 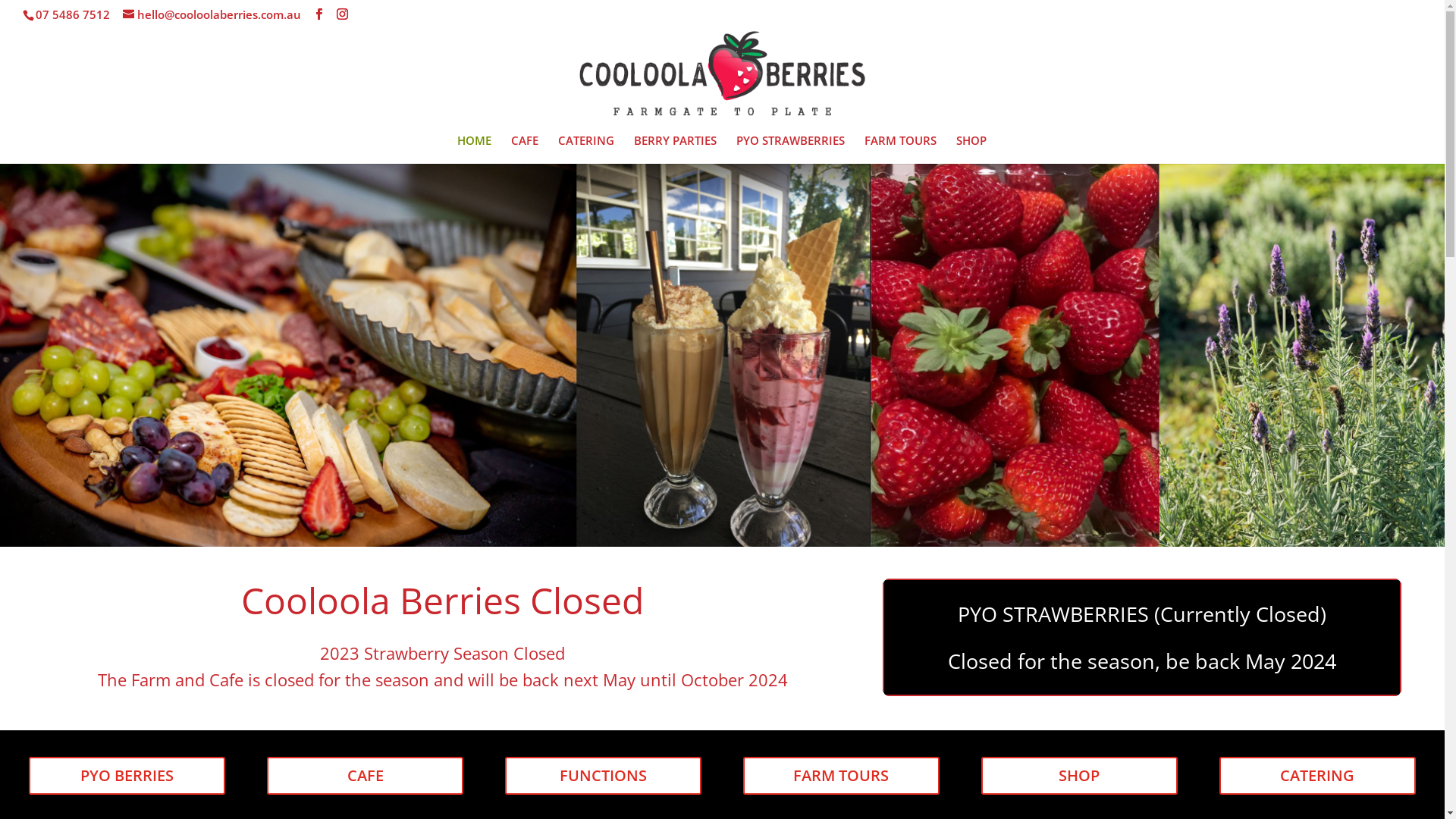 What do you see at coordinates (585, 149) in the screenshot?
I see `'CATERING'` at bounding box center [585, 149].